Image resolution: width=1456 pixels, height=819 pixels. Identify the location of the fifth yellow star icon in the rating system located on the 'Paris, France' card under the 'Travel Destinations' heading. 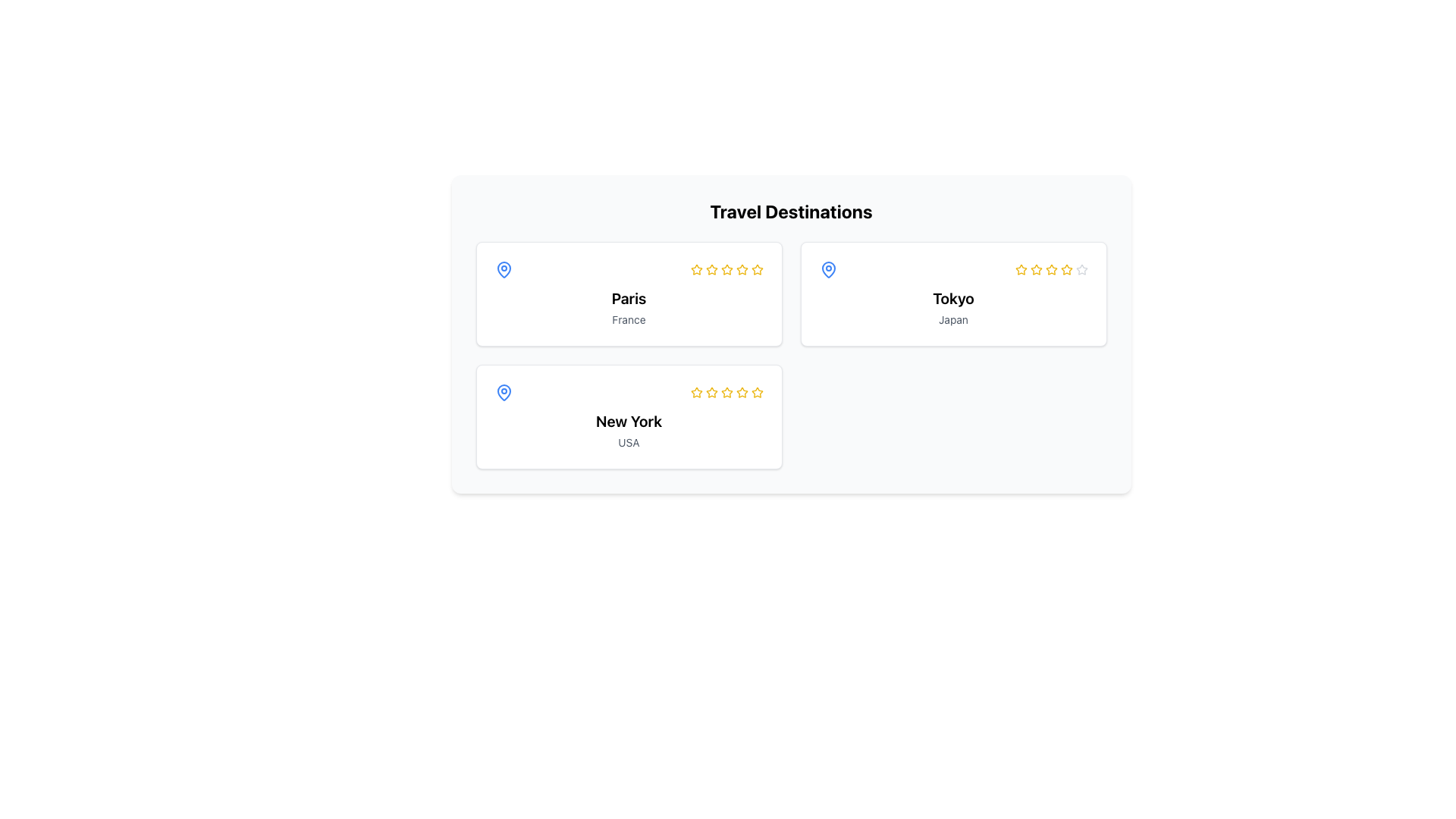
(742, 268).